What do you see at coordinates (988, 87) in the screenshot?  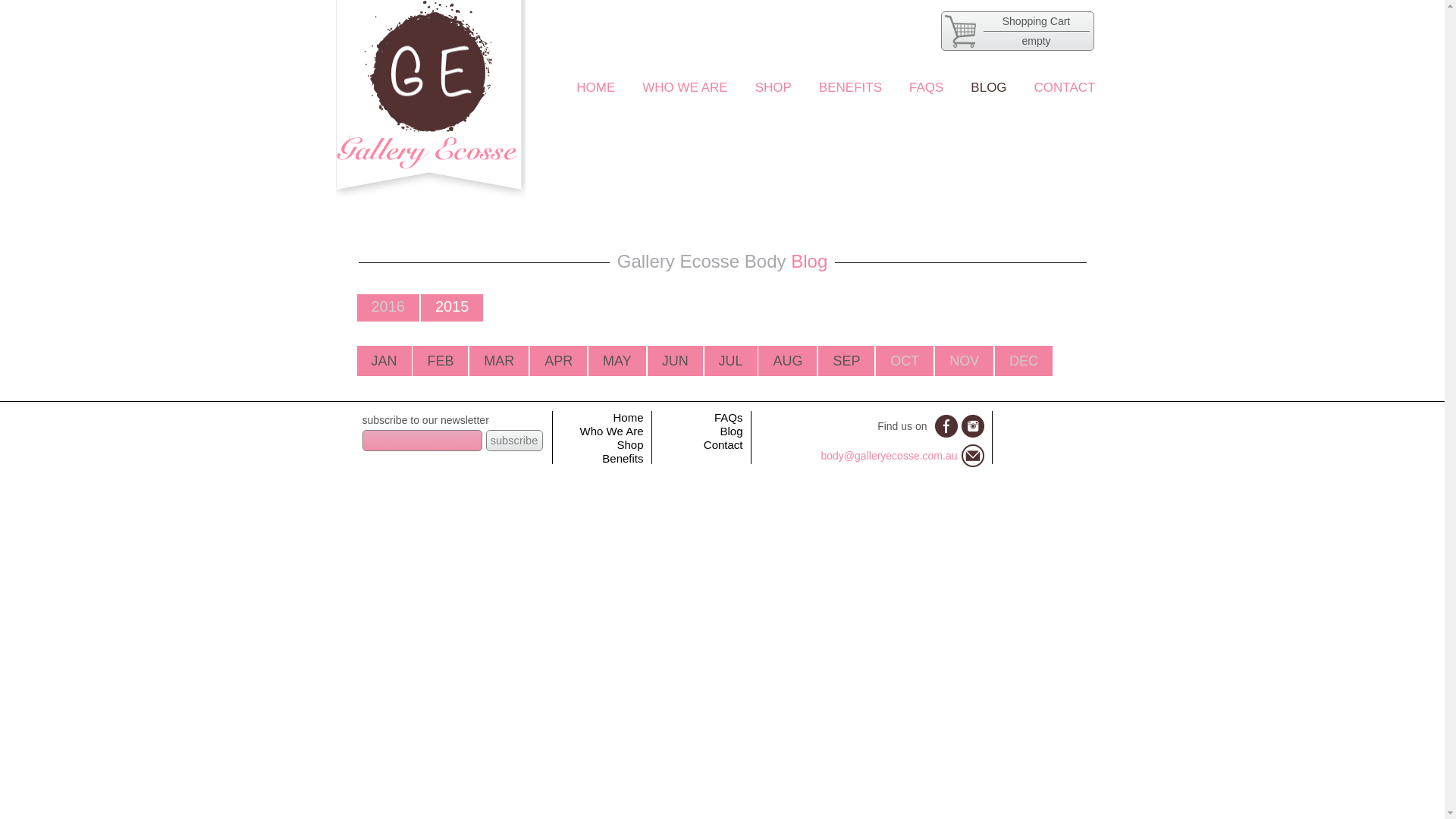 I see `'BLOG'` at bounding box center [988, 87].